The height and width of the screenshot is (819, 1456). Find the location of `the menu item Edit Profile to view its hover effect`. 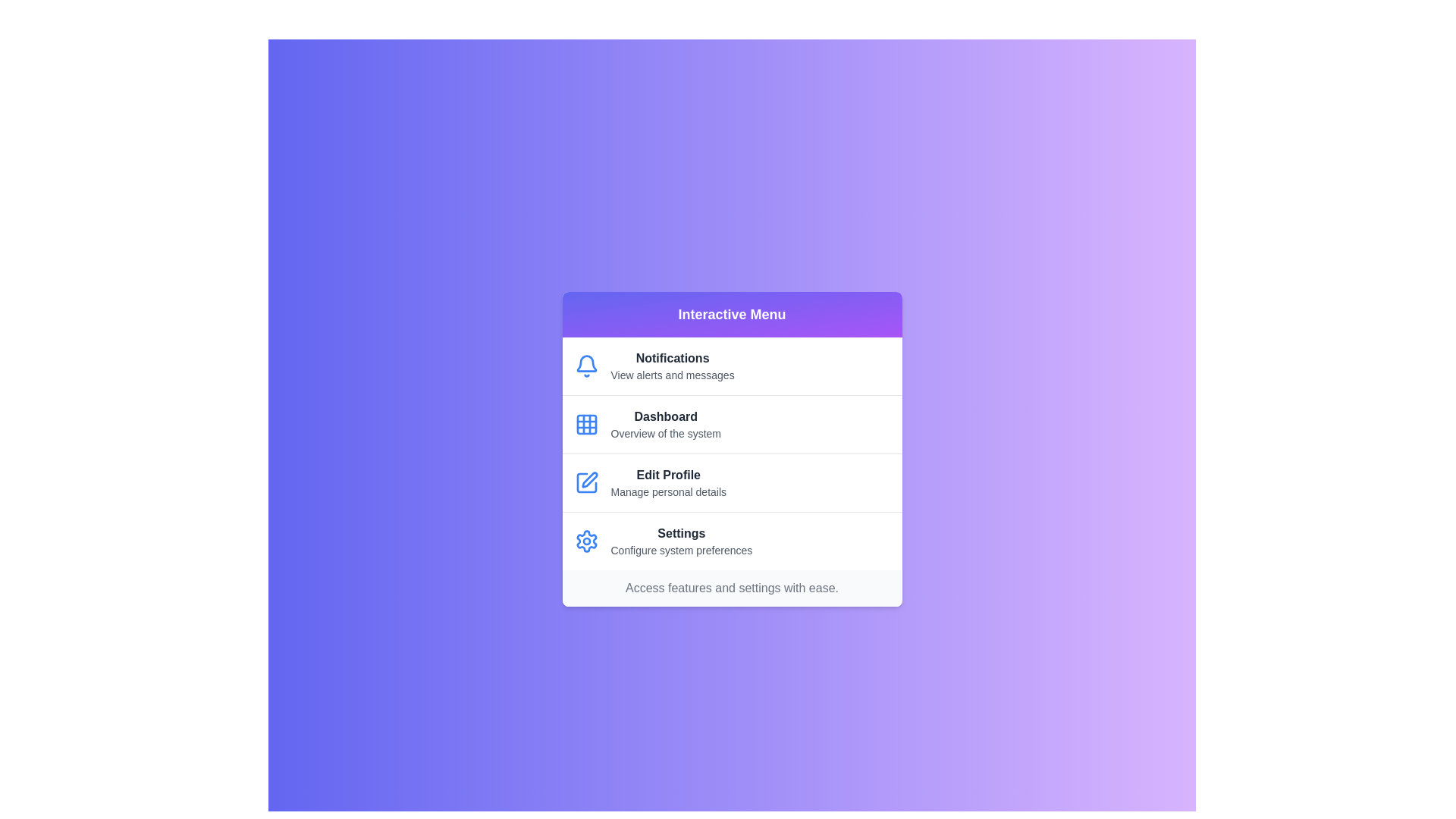

the menu item Edit Profile to view its hover effect is located at coordinates (732, 482).